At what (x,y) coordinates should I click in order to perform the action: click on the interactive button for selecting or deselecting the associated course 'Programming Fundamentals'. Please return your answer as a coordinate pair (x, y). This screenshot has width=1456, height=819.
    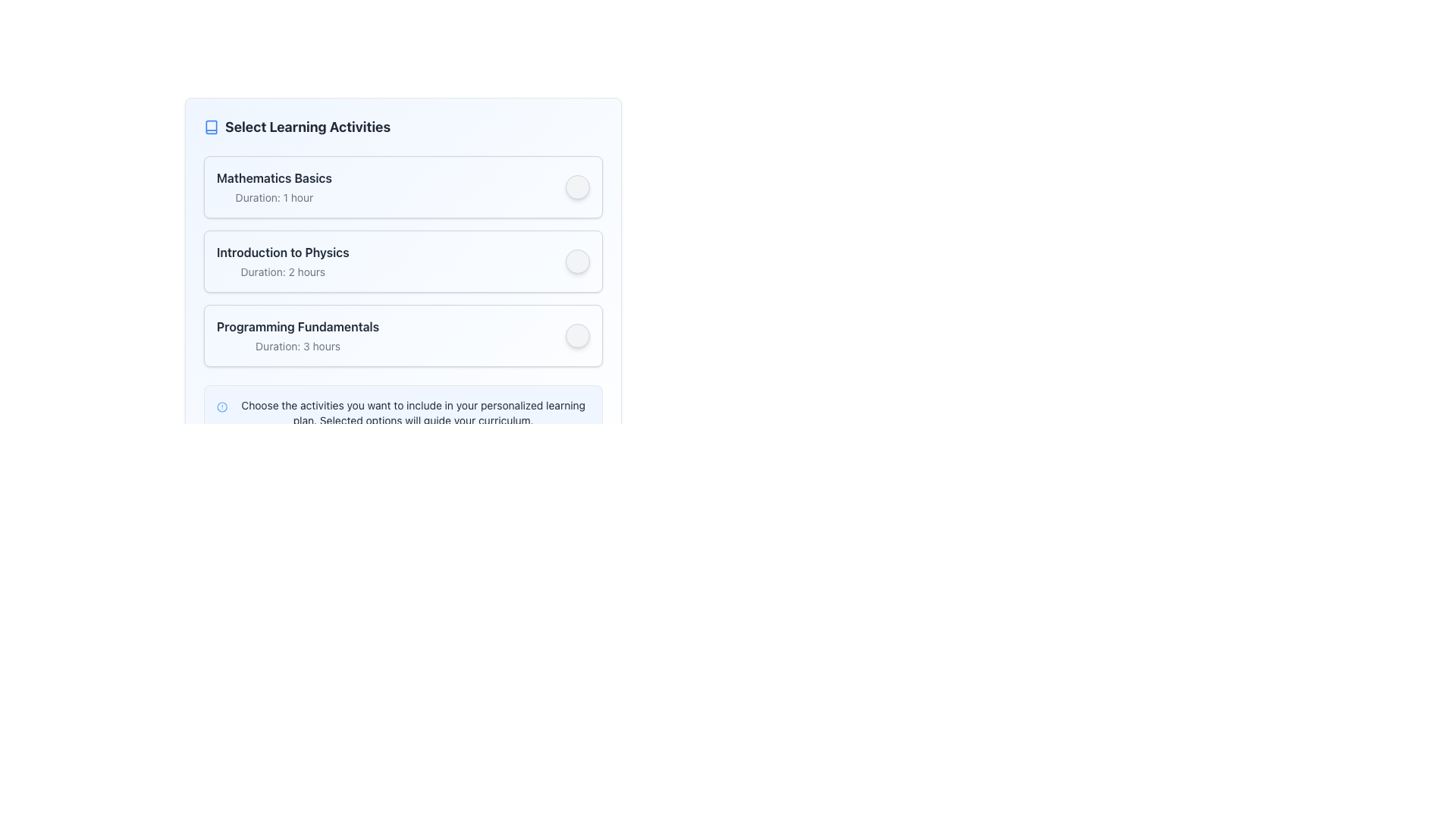
    Looking at the image, I should click on (577, 335).